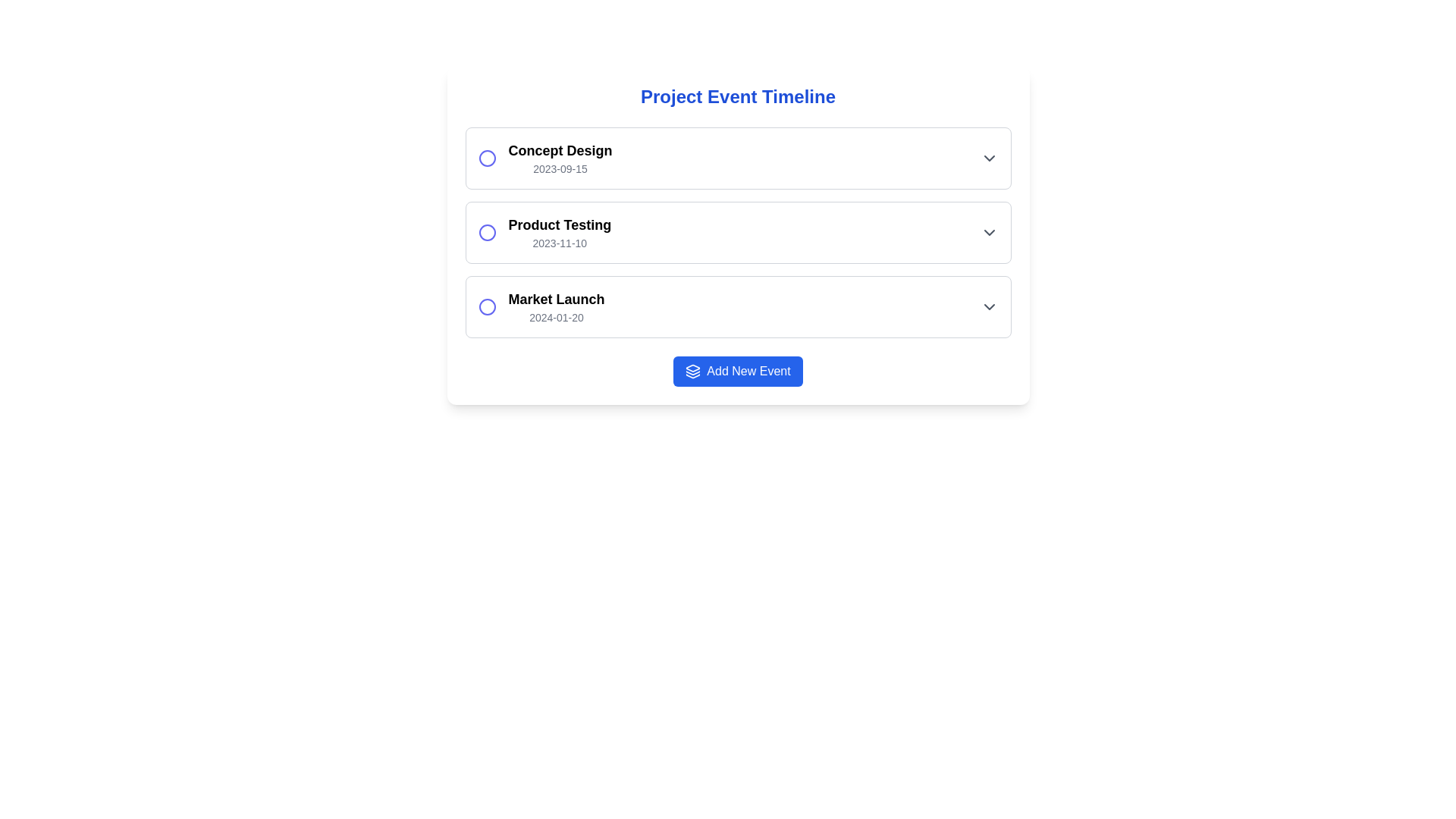 The image size is (1456, 819). I want to click on the second Interactive Card titled 'Product Testing' in the Project Event Timeline, so click(738, 233).